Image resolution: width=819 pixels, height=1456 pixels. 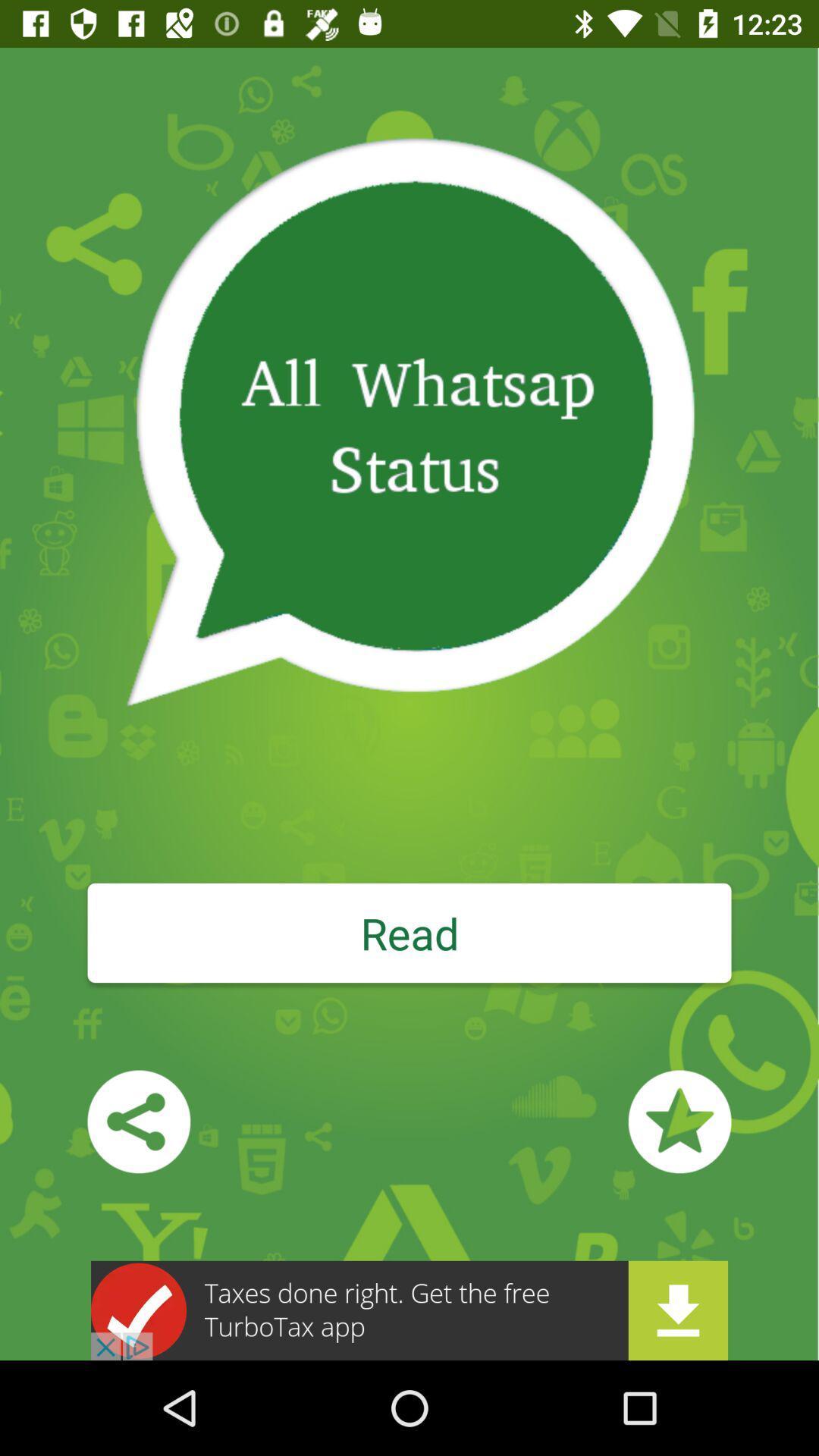 I want to click on share, so click(x=139, y=1122).